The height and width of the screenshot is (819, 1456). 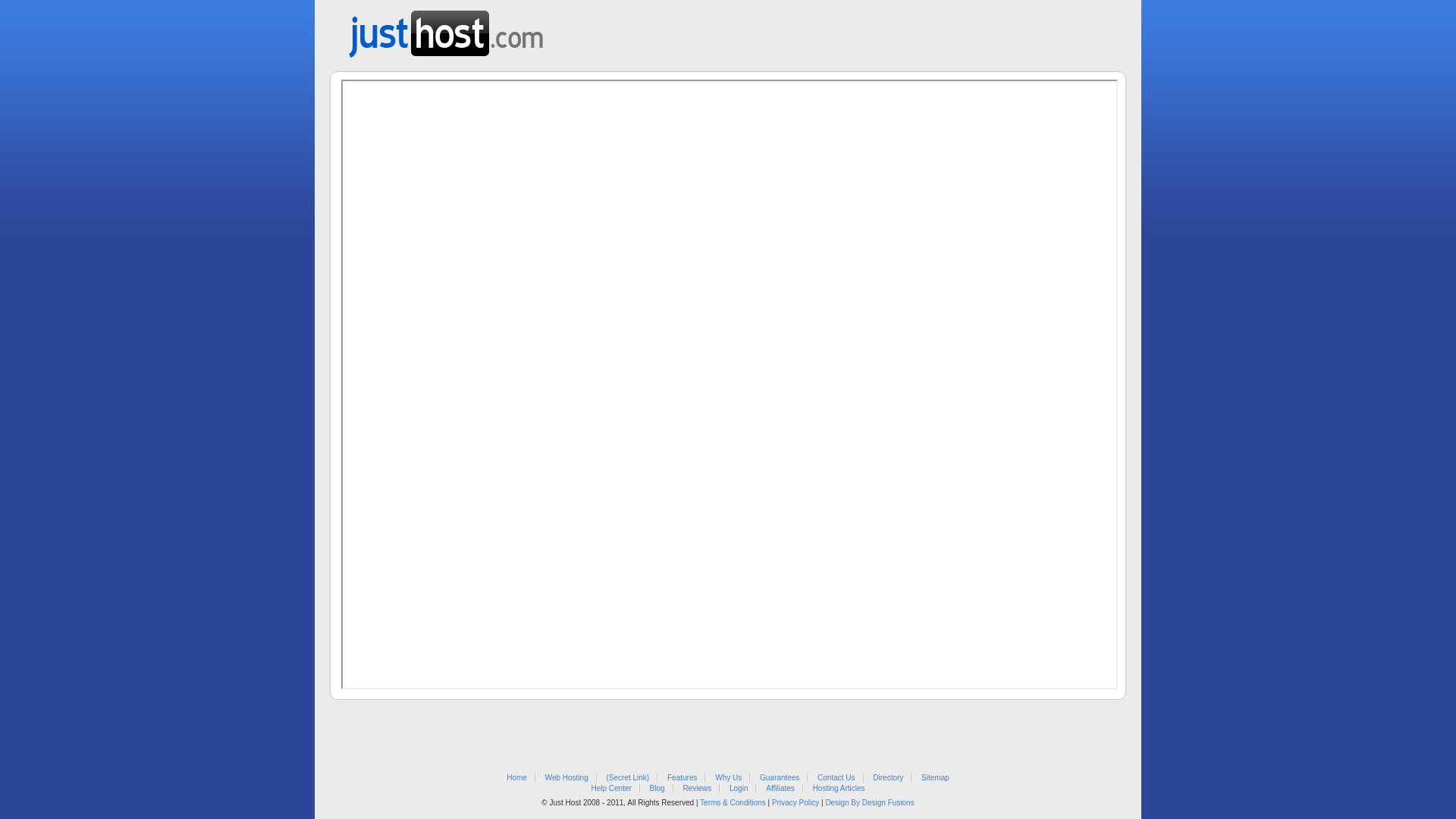 What do you see at coordinates (667, 777) in the screenshot?
I see `'Features'` at bounding box center [667, 777].